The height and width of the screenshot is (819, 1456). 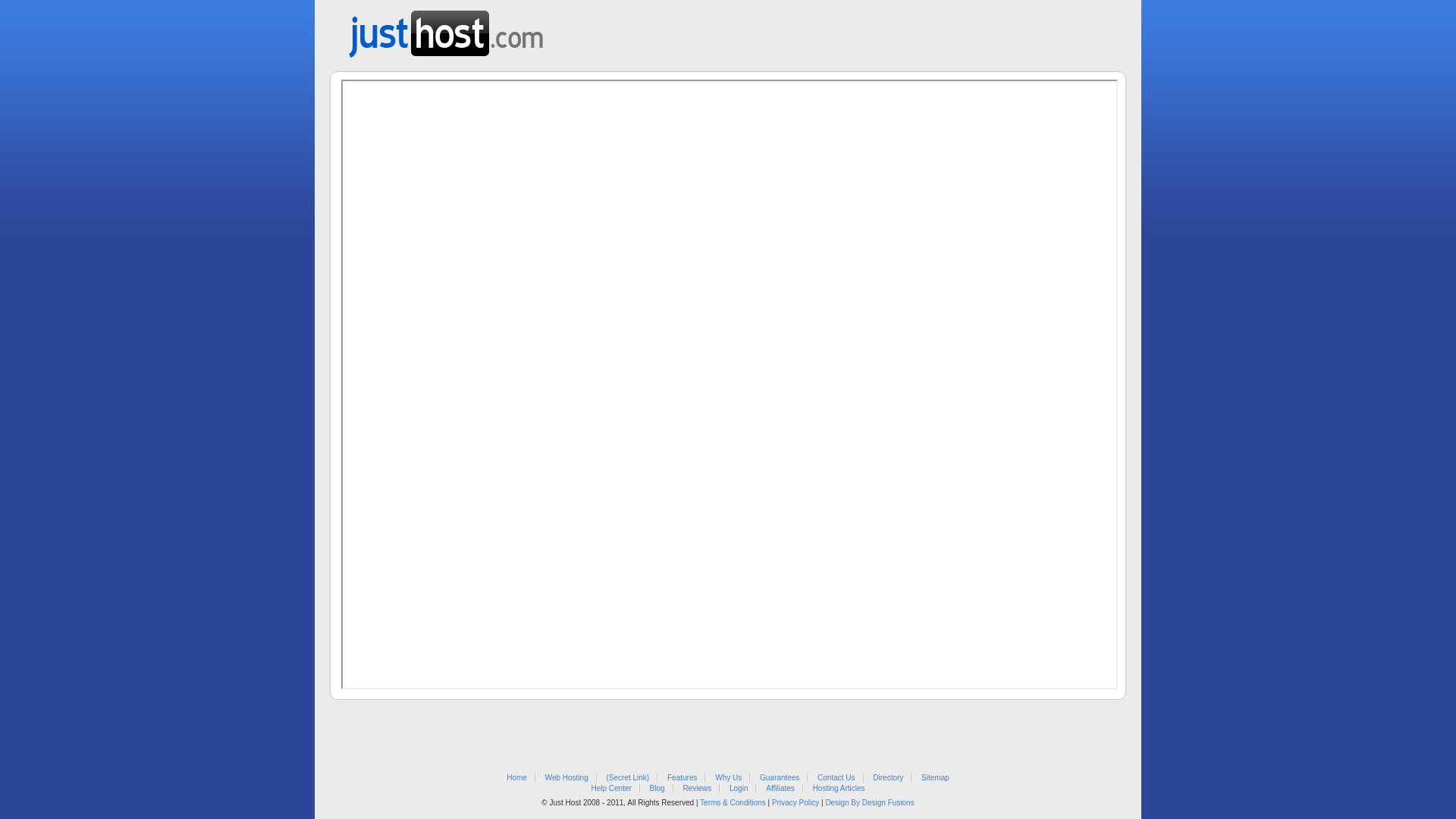 What do you see at coordinates (667, 777) in the screenshot?
I see `'Features'` at bounding box center [667, 777].